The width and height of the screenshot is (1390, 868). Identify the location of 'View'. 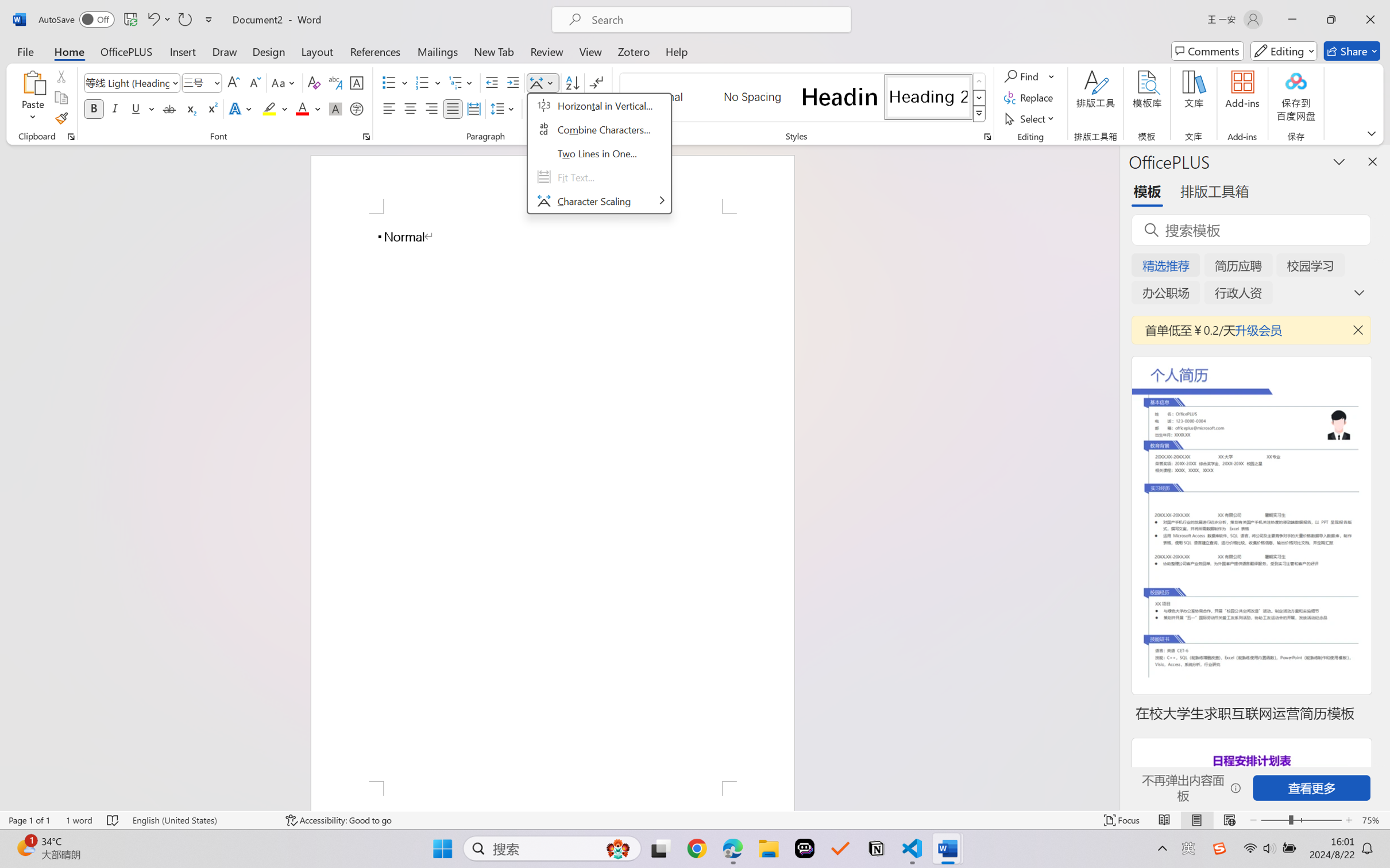
(590, 51).